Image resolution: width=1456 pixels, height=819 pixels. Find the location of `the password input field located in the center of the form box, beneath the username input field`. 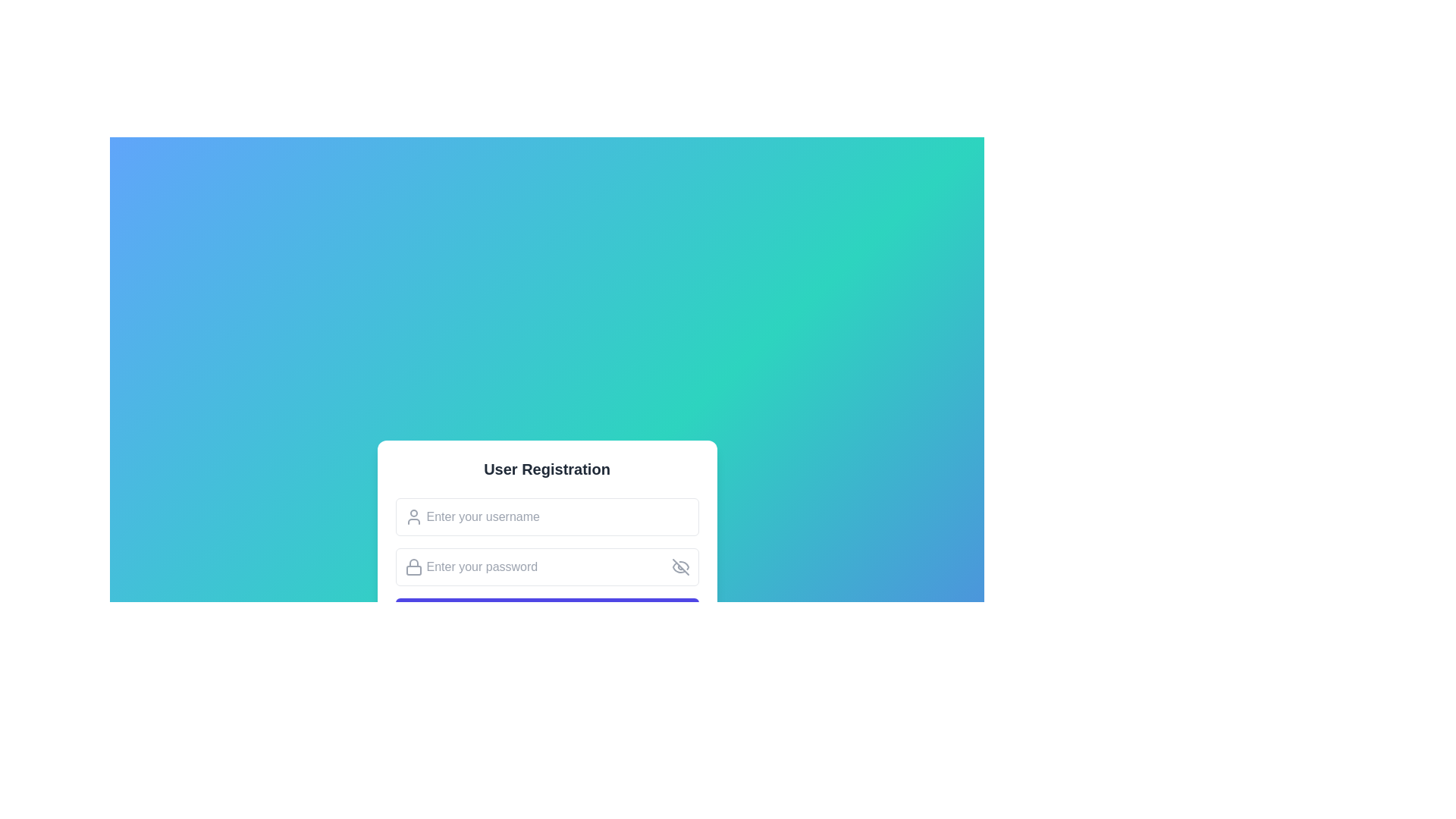

the password input field located in the center of the form box, beneath the username input field is located at coordinates (546, 567).